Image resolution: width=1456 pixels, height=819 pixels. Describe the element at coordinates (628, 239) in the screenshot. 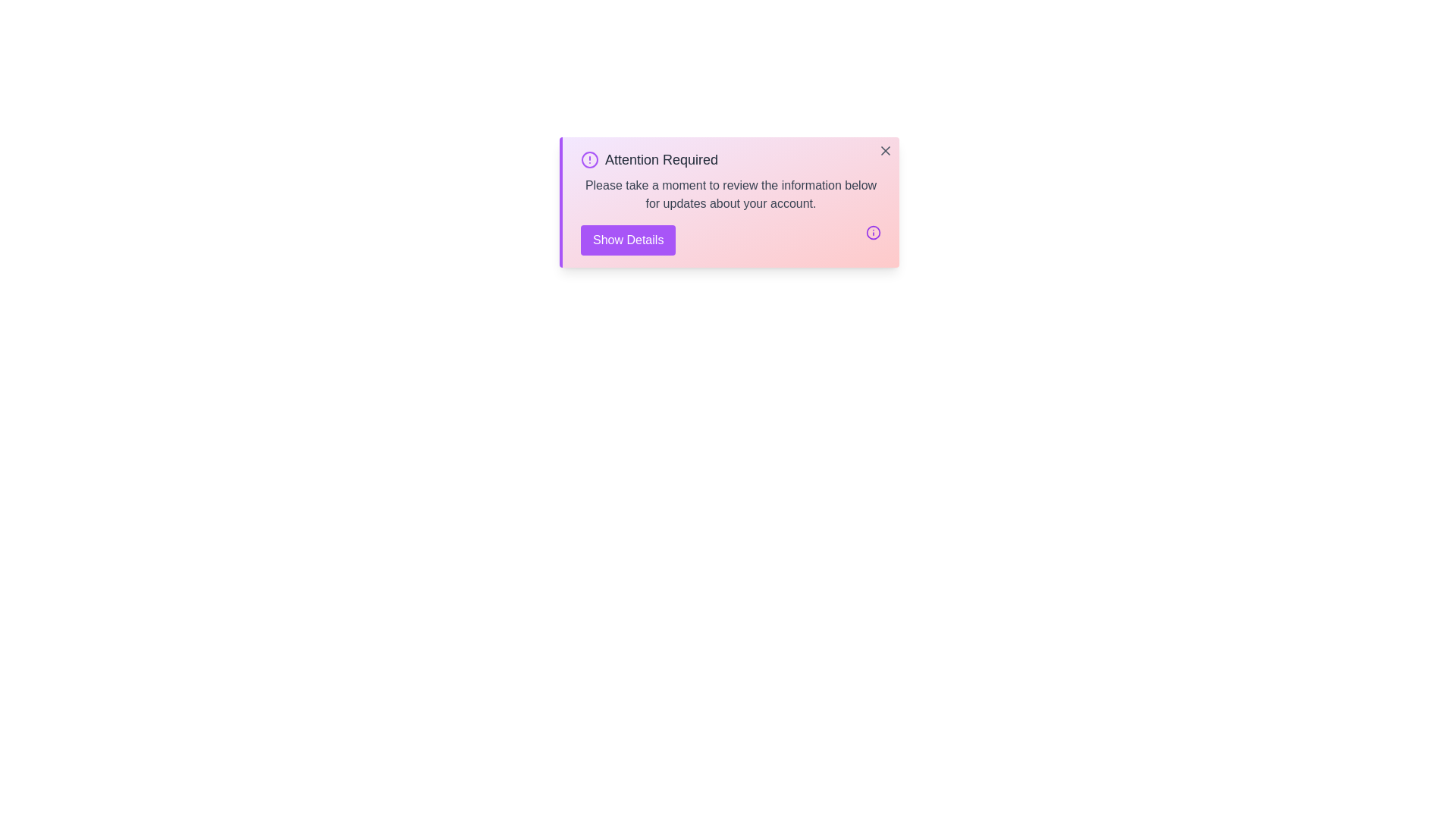

I see `the 'Show Details' button to toggle the detailed information section` at that location.